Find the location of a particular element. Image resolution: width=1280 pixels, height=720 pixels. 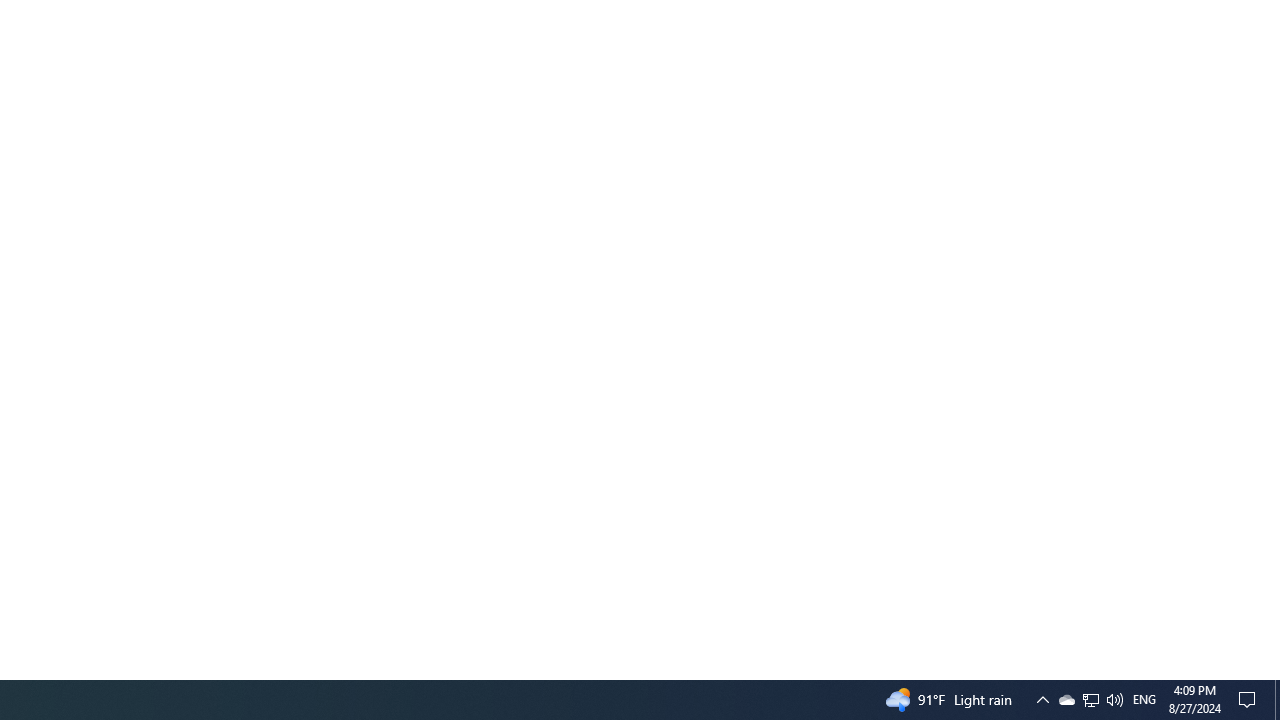

'Action Center, No new notifications' is located at coordinates (1276, 698).